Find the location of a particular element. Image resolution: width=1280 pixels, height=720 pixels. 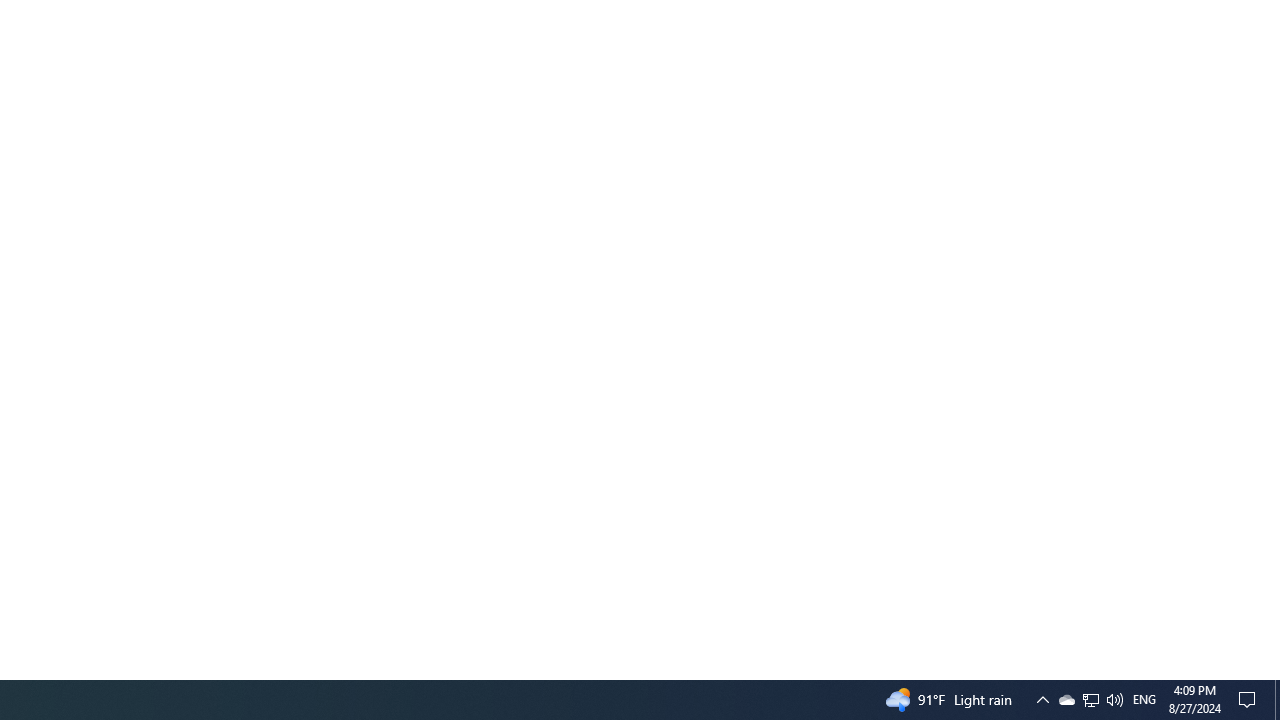

'Action Center, No new notifications' is located at coordinates (1276, 698).